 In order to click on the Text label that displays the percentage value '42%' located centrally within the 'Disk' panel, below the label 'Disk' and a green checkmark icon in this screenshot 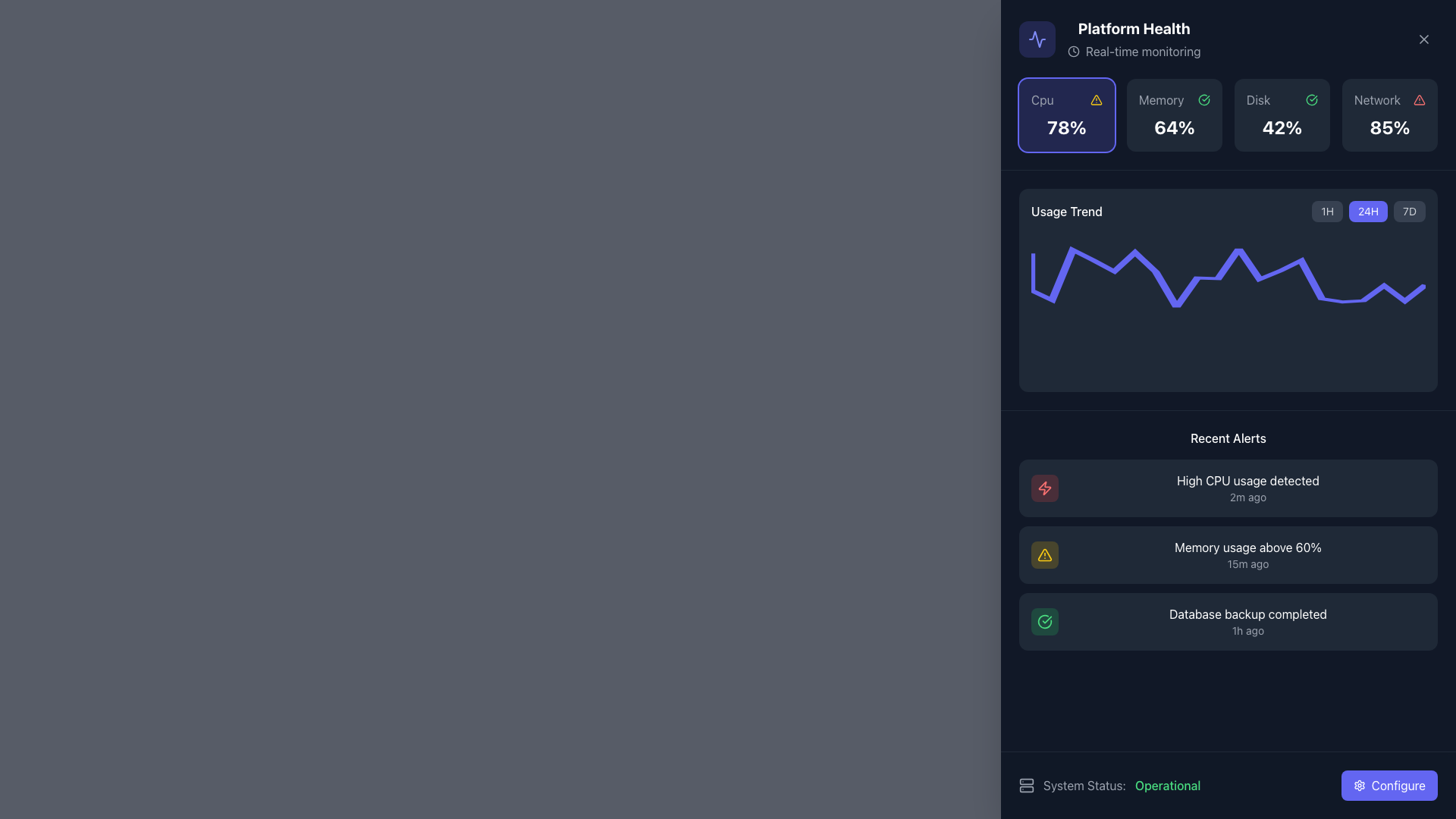, I will do `click(1281, 127)`.